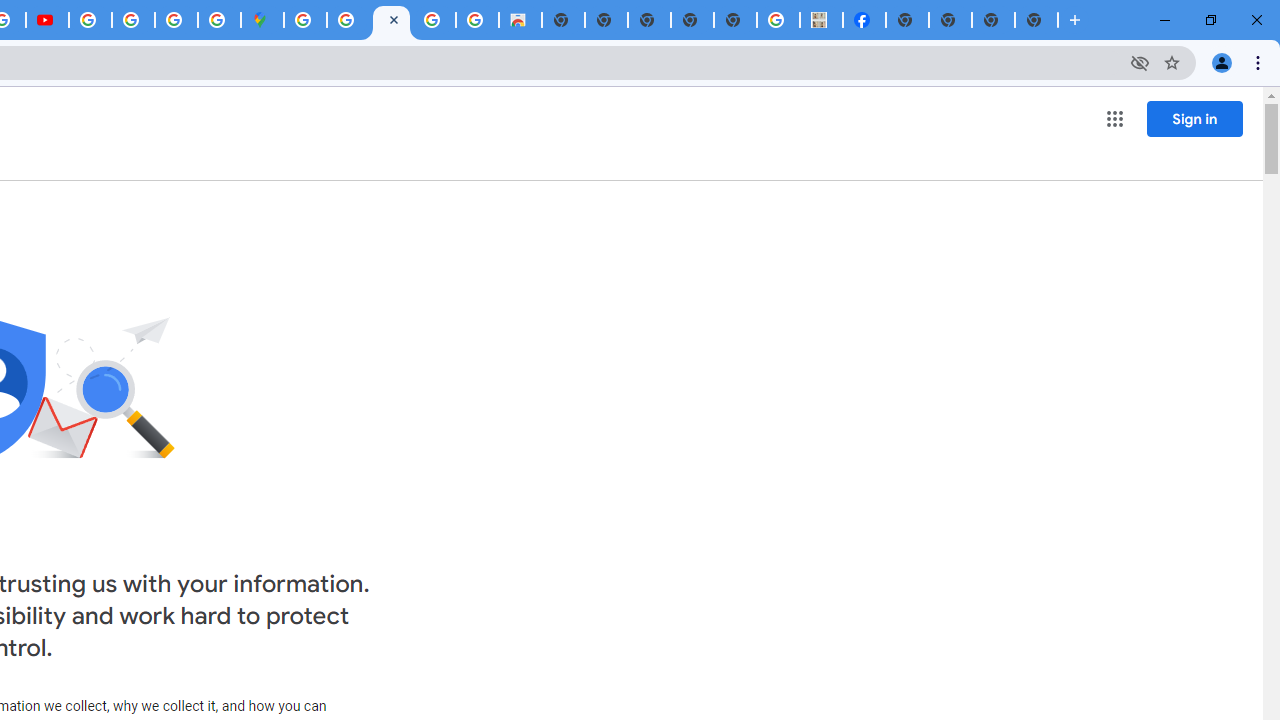 This screenshot has height=720, width=1280. I want to click on 'Subscriptions - YouTube', so click(47, 20).